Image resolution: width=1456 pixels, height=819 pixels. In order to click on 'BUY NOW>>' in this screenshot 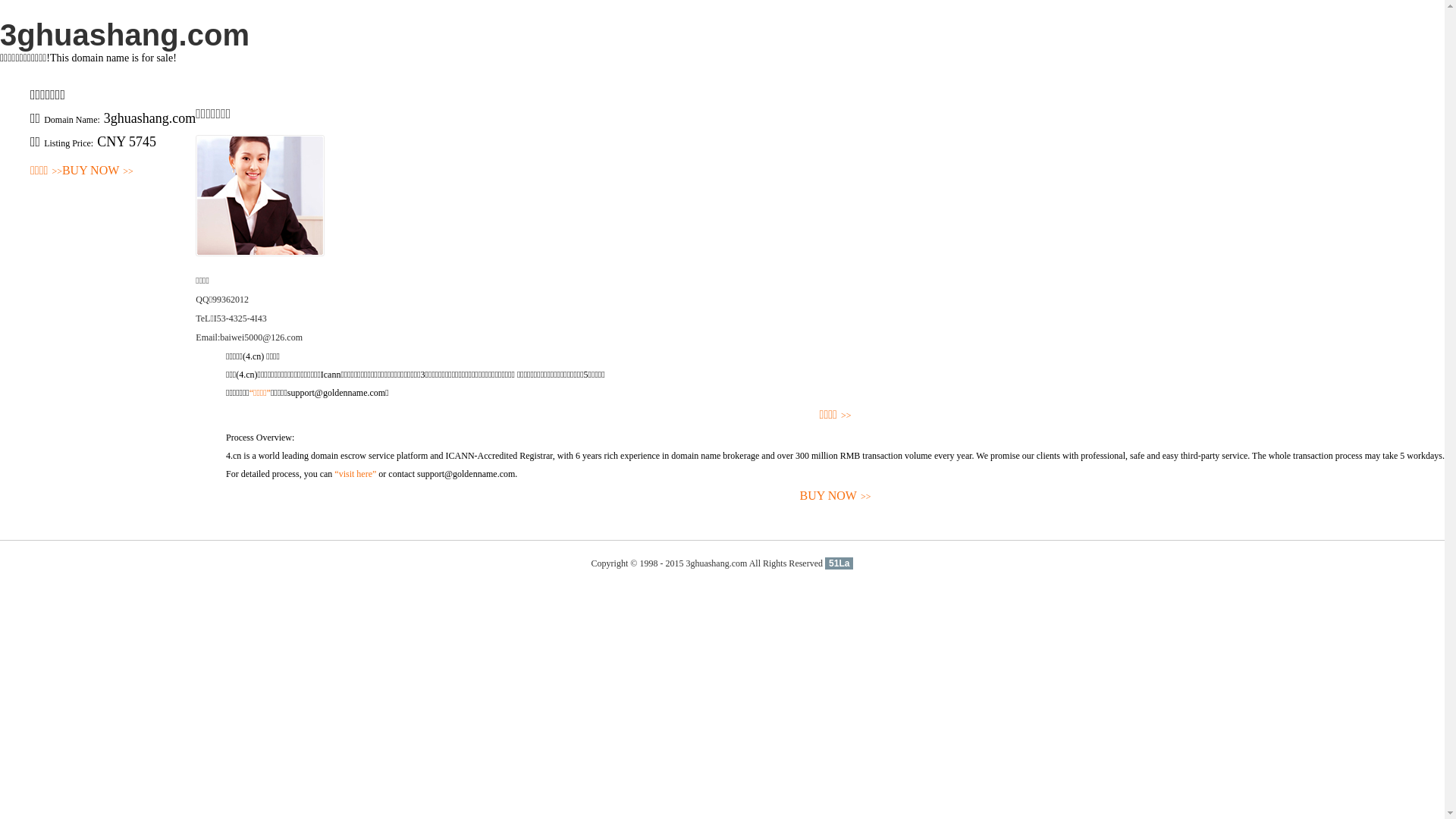, I will do `click(97, 171)`.